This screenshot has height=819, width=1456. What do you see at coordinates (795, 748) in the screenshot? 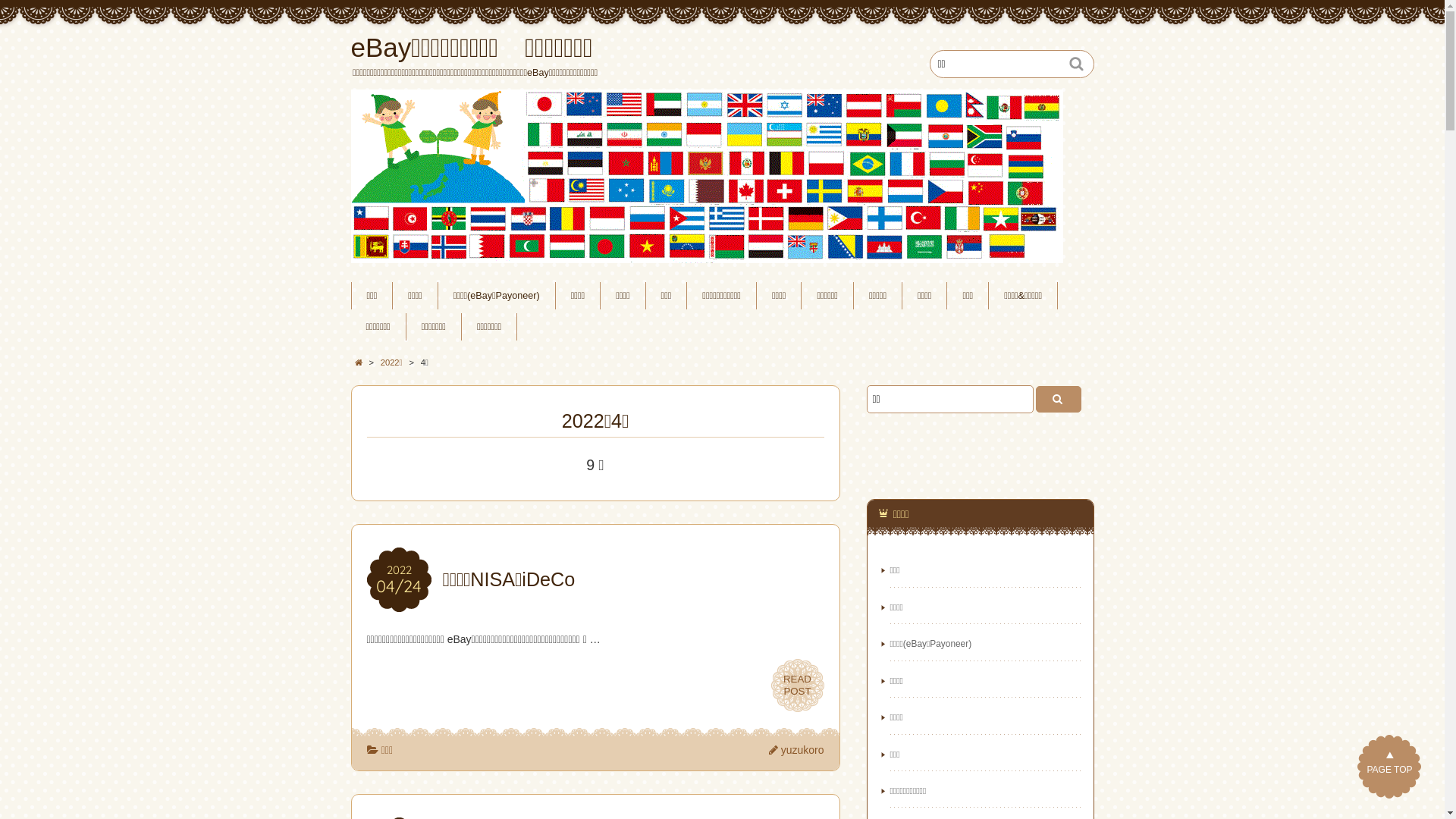
I see `'yuzukoro'` at bounding box center [795, 748].